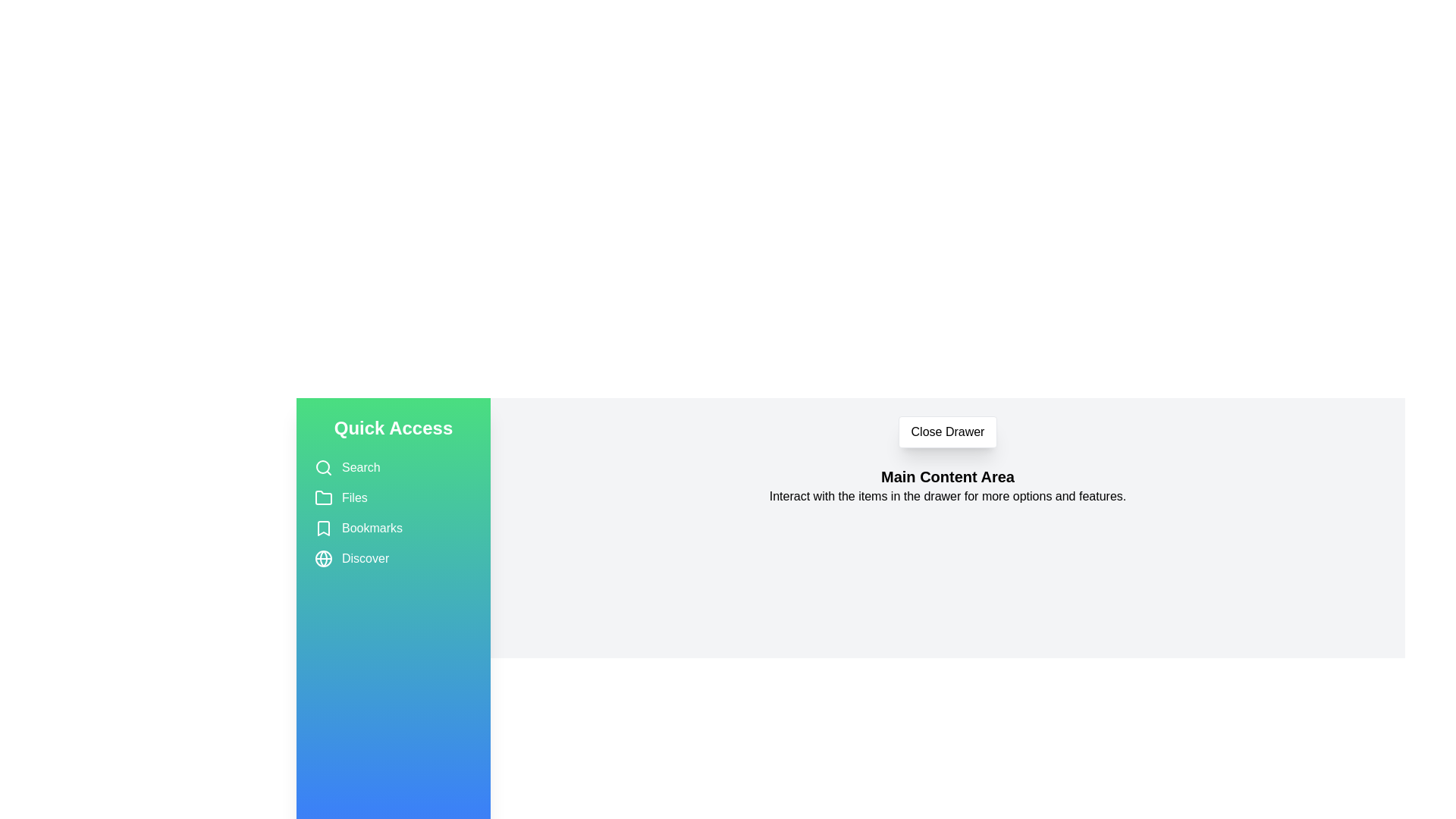 The image size is (1456, 819). What do you see at coordinates (378, 454) in the screenshot?
I see `the drawer's background to close it` at bounding box center [378, 454].